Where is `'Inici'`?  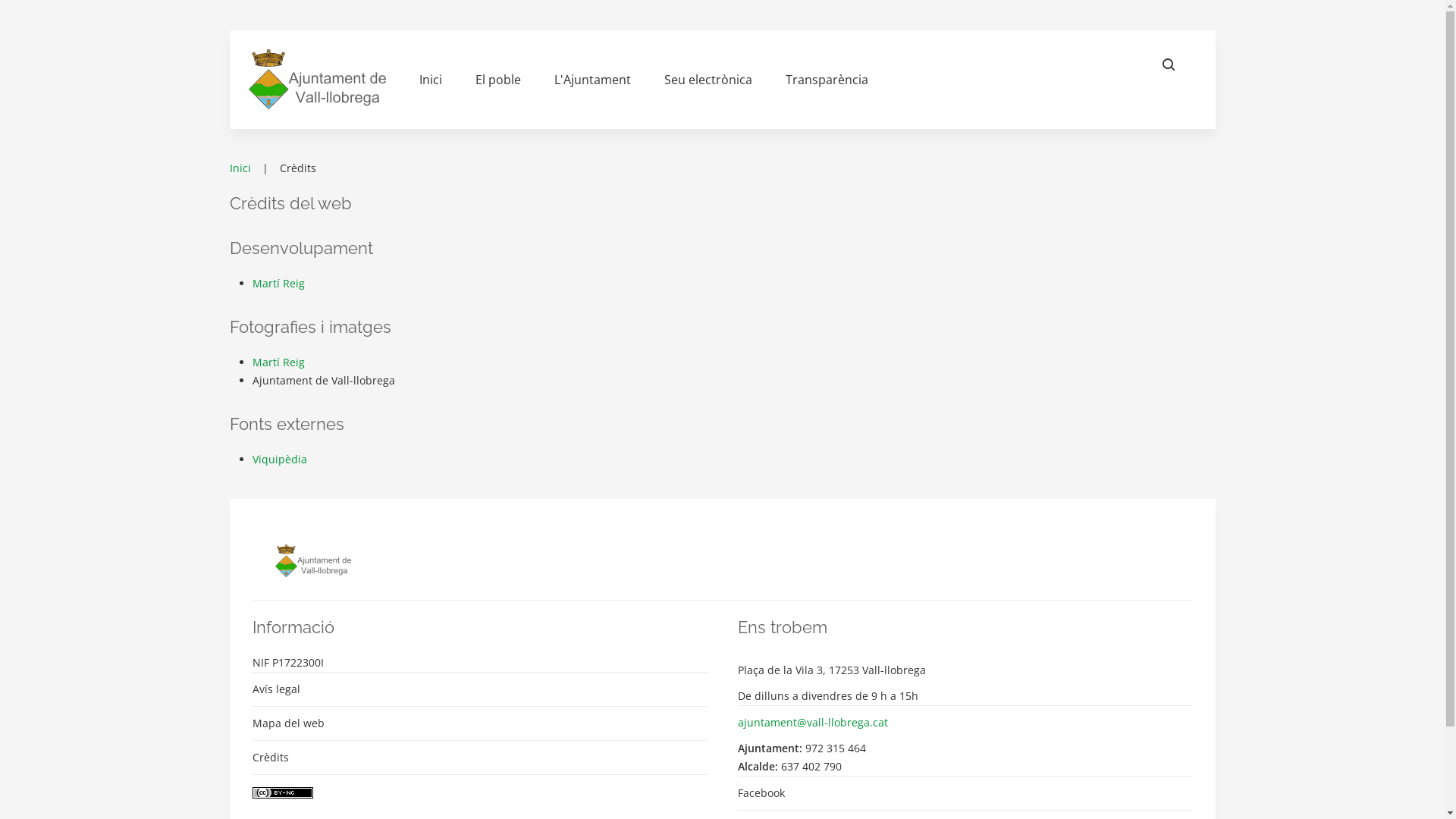 'Inici' is located at coordinates (239, 168).